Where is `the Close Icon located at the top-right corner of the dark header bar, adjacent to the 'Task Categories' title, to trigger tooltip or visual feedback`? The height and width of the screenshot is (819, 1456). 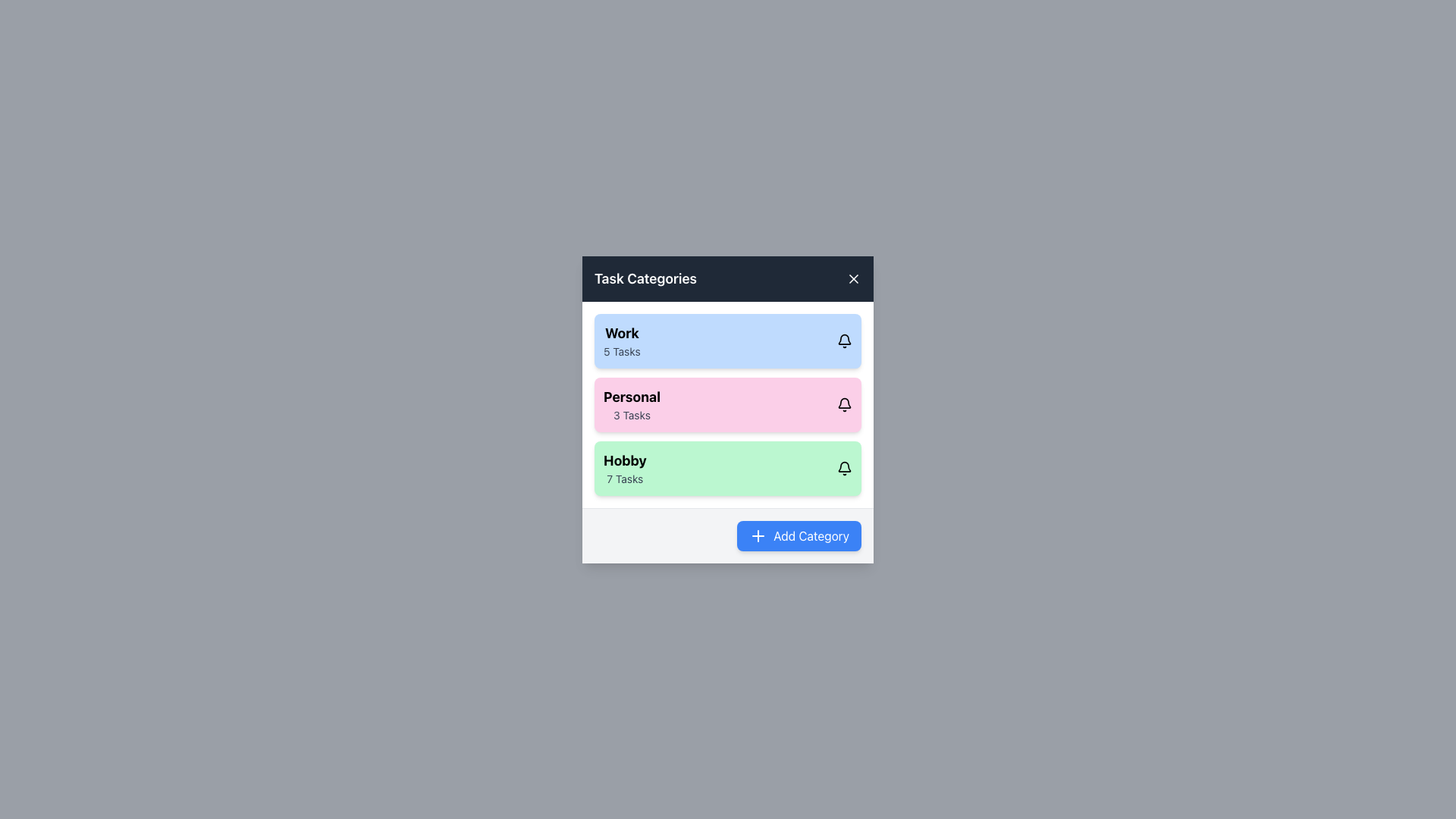
the Close Icon located at the top-right corner of the dark header bar, adjacent to the 'Task Categories' title, to trigger tooltip or visual feedback is located at coordinates (854, 278).